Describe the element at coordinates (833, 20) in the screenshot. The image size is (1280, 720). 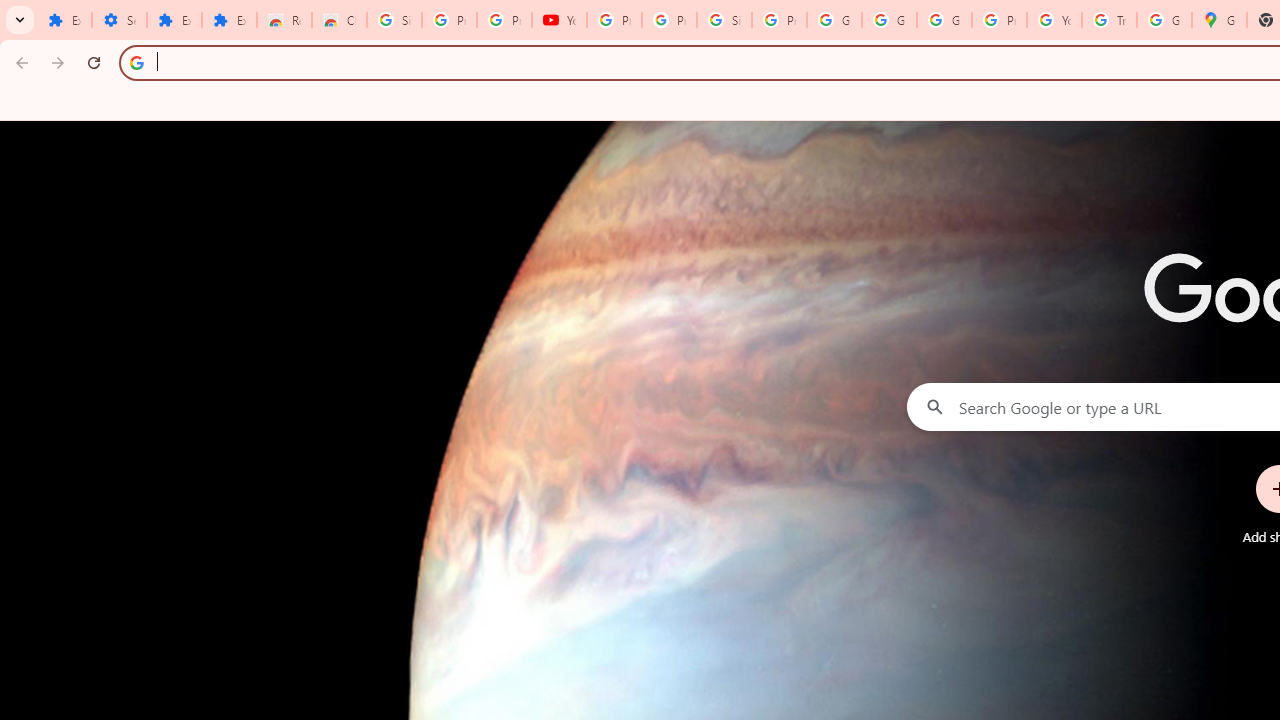
I see `'Google Account'` at that location.